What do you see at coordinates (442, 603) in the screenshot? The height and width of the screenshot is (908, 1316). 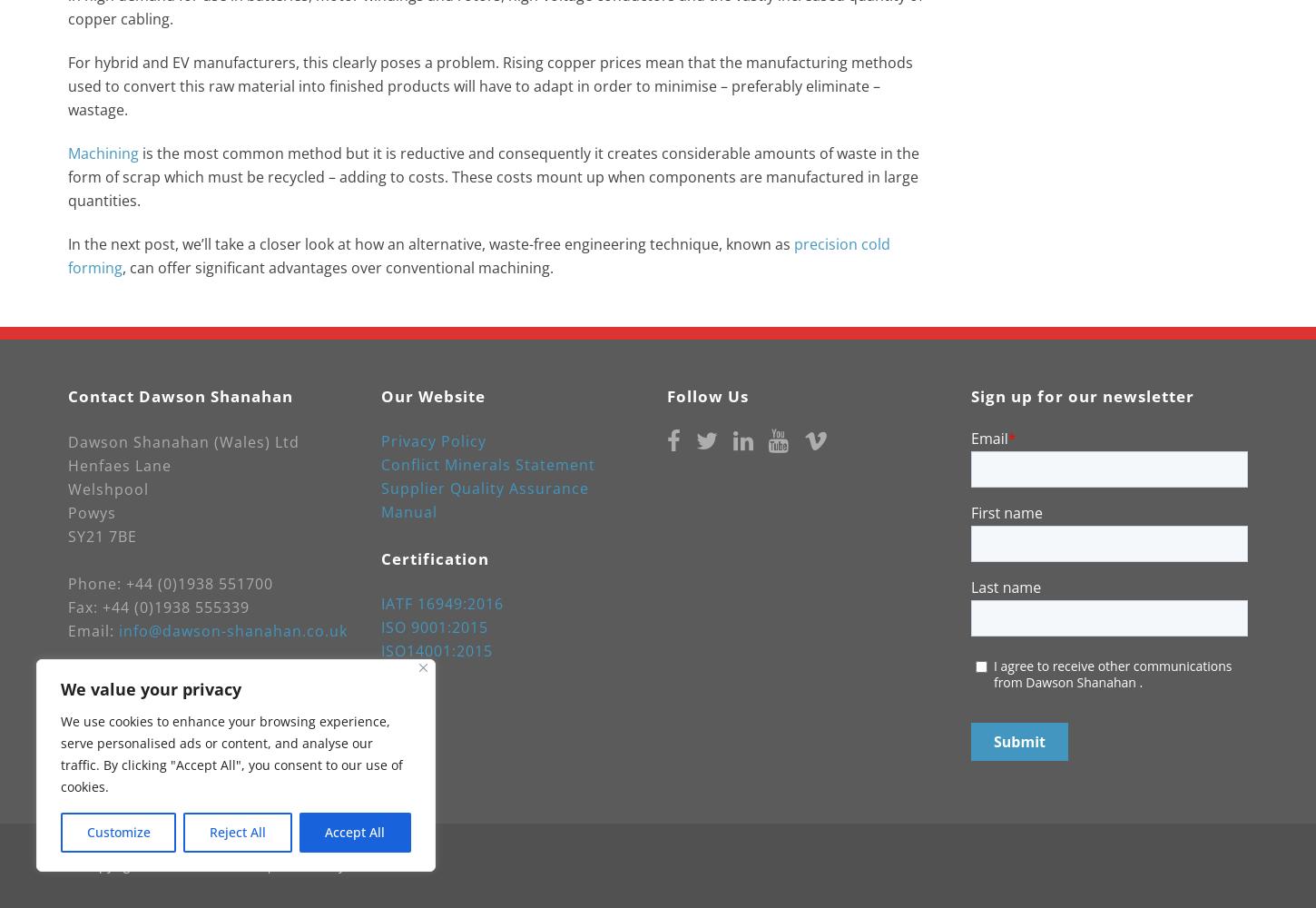 I see `'IATF 16949:2016'` at bounding box center [442, 603].